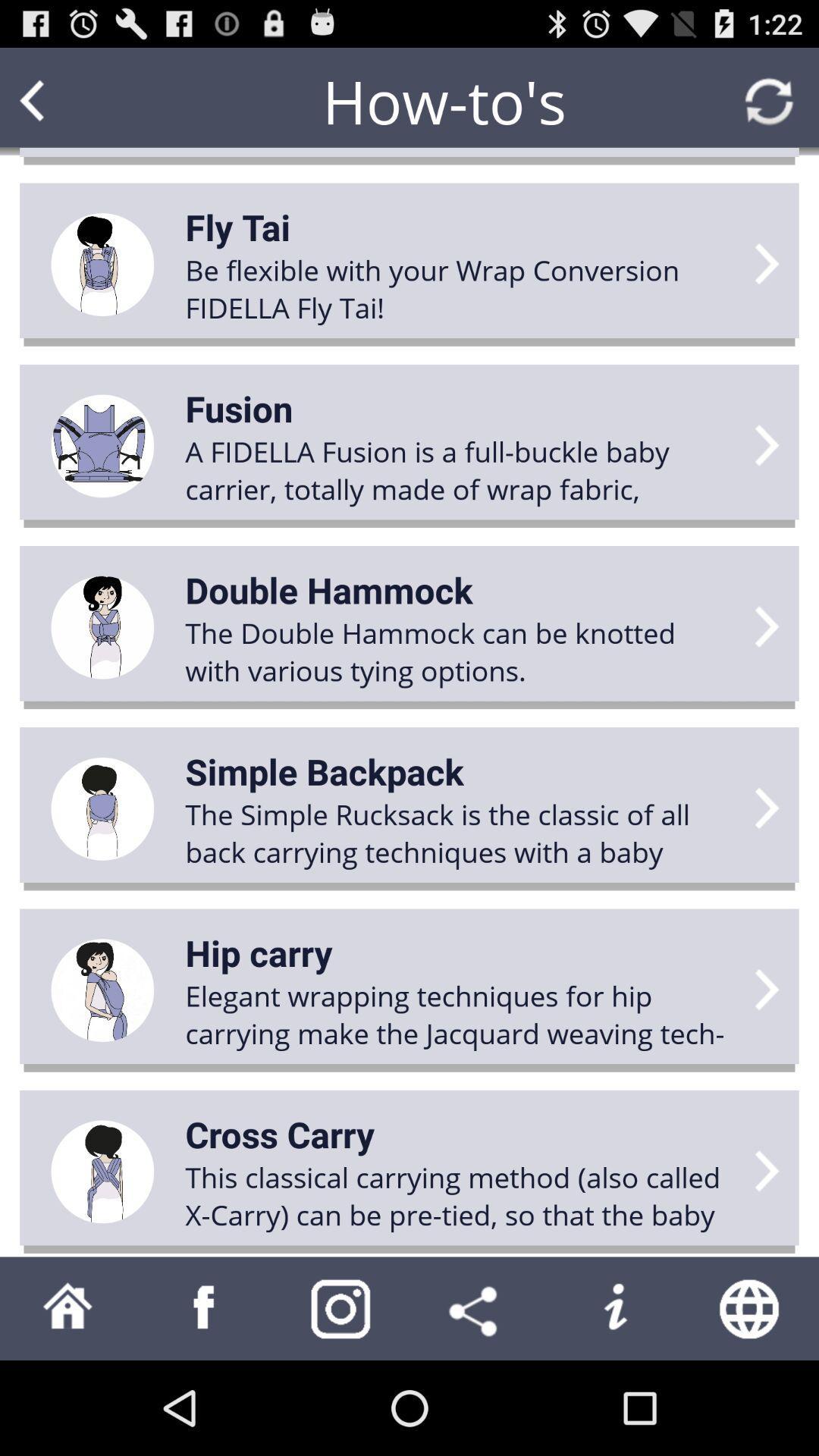 The width and height of the screenshot is (819, 1456). Describe the element at coordinates (280, 1134) in the screenshot. I see `the cross carry icon` at that location.